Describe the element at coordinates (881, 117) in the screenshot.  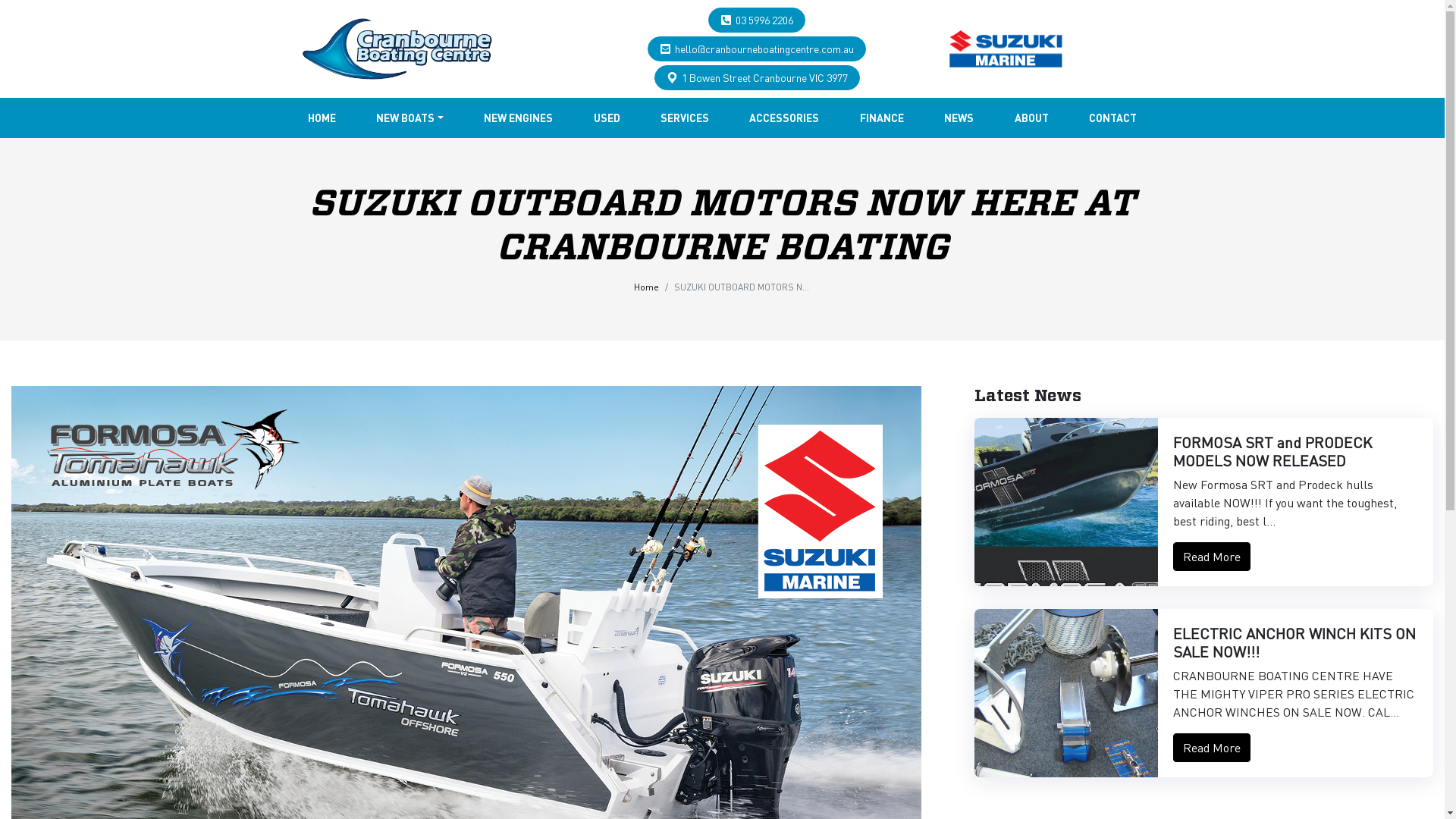
I see `'FINANCE'` at that location.